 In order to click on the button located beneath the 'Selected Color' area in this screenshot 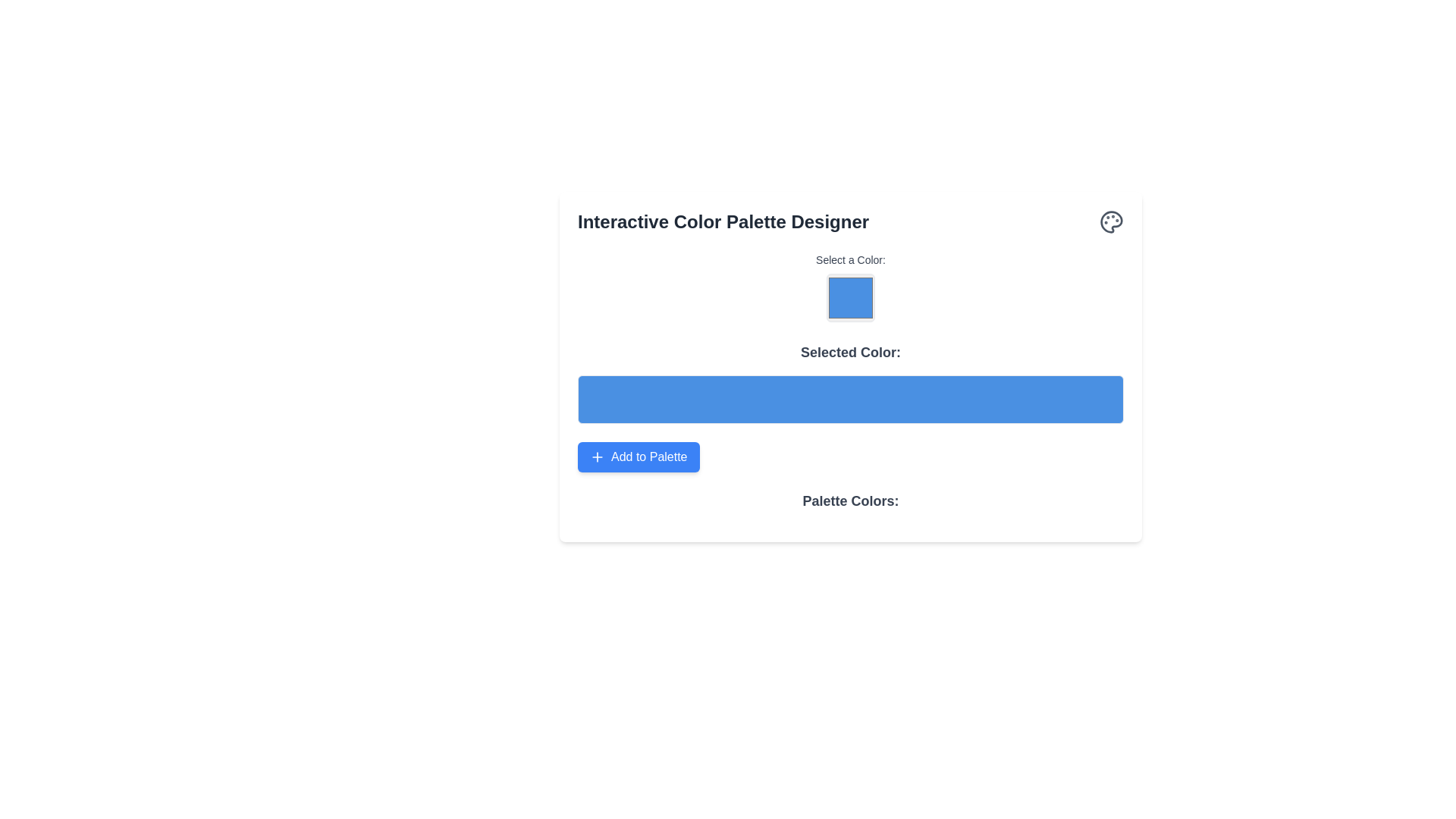, I will do `click(638, 456)`.